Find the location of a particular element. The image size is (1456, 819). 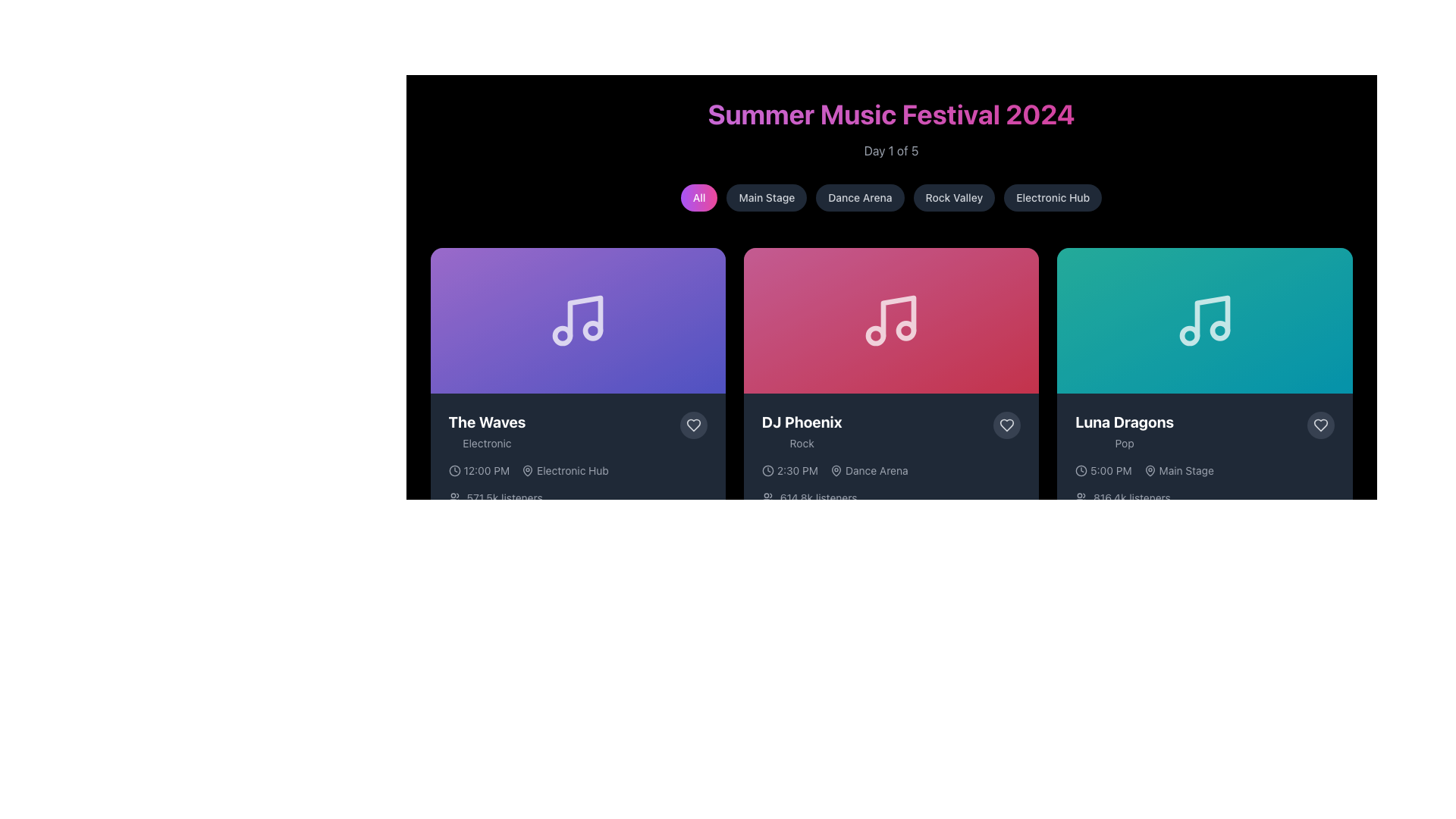

the text label descriptor indicating the music genre for the artist 'DJ Phoenix', which is positioned at the lower section of the artist's card, centrally aligned within the card is located at coordinates (801, 444).